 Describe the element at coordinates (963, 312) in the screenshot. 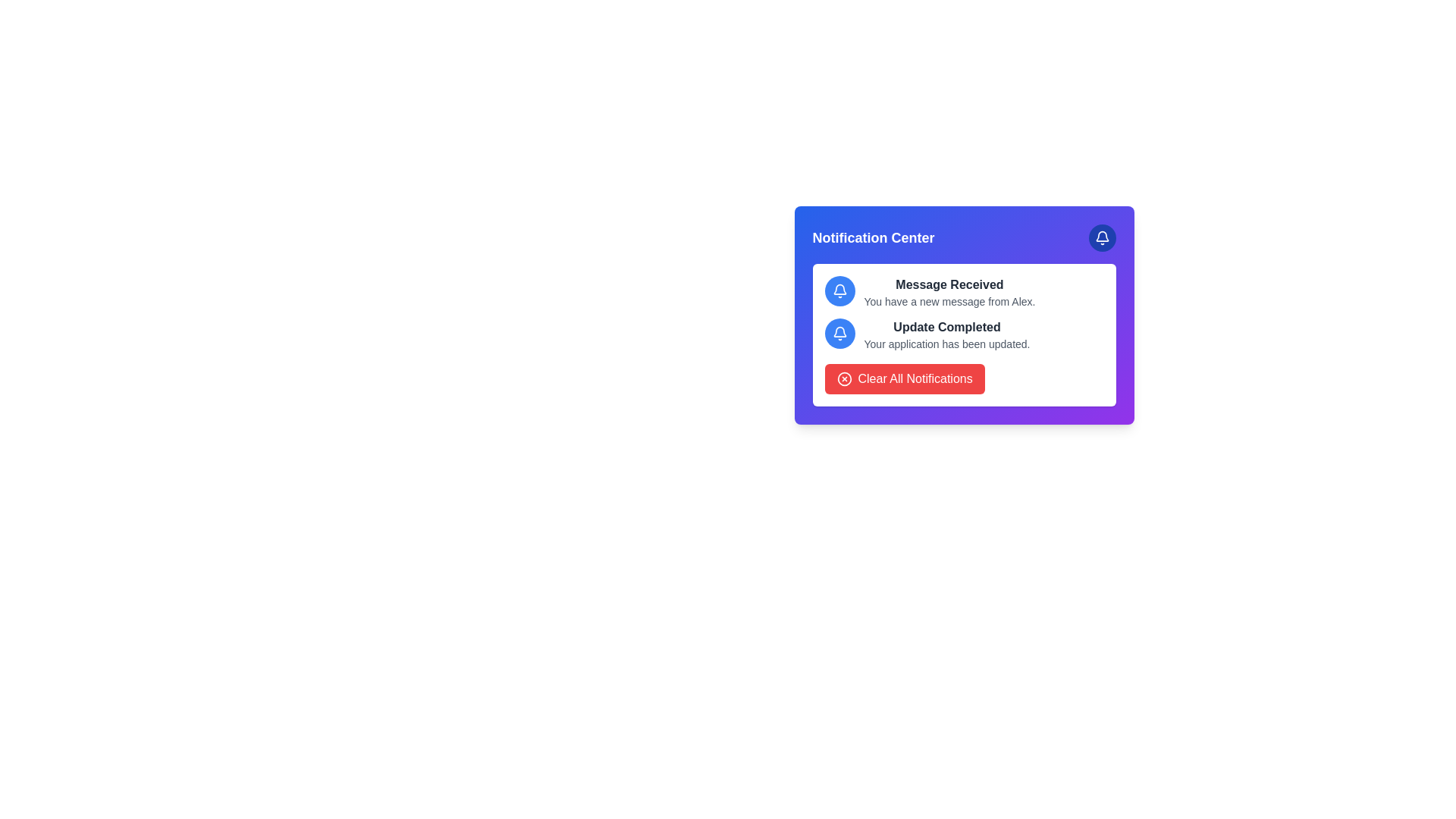

I see `an individual notification entry in the notification list` at that location.